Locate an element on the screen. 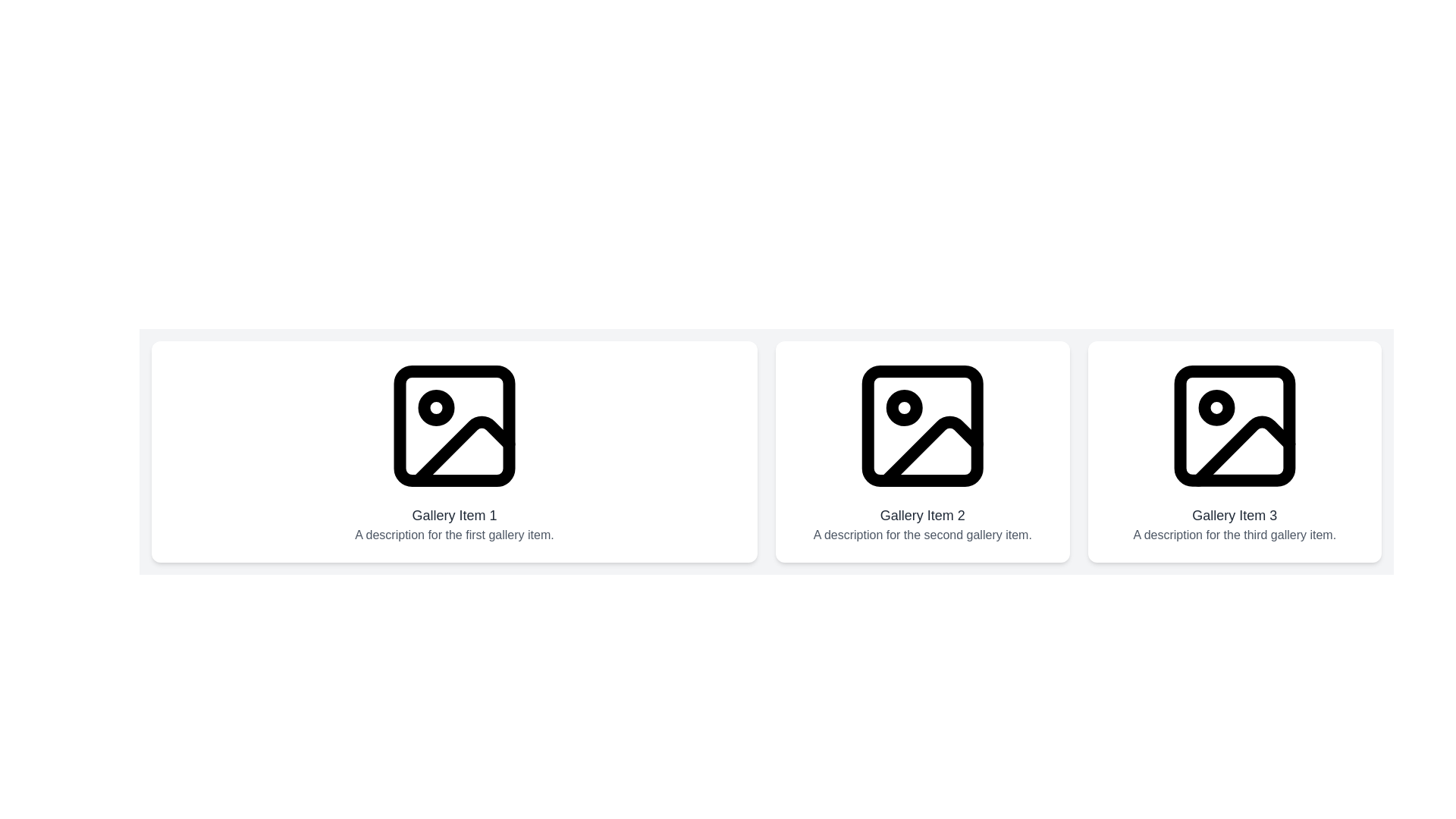 The width and height of the screenshot is (1456, 819). the title and description of the third gallery item, which is located in the rightmost column of the grid beneath the image icons is located at coordinates (1235, 523).